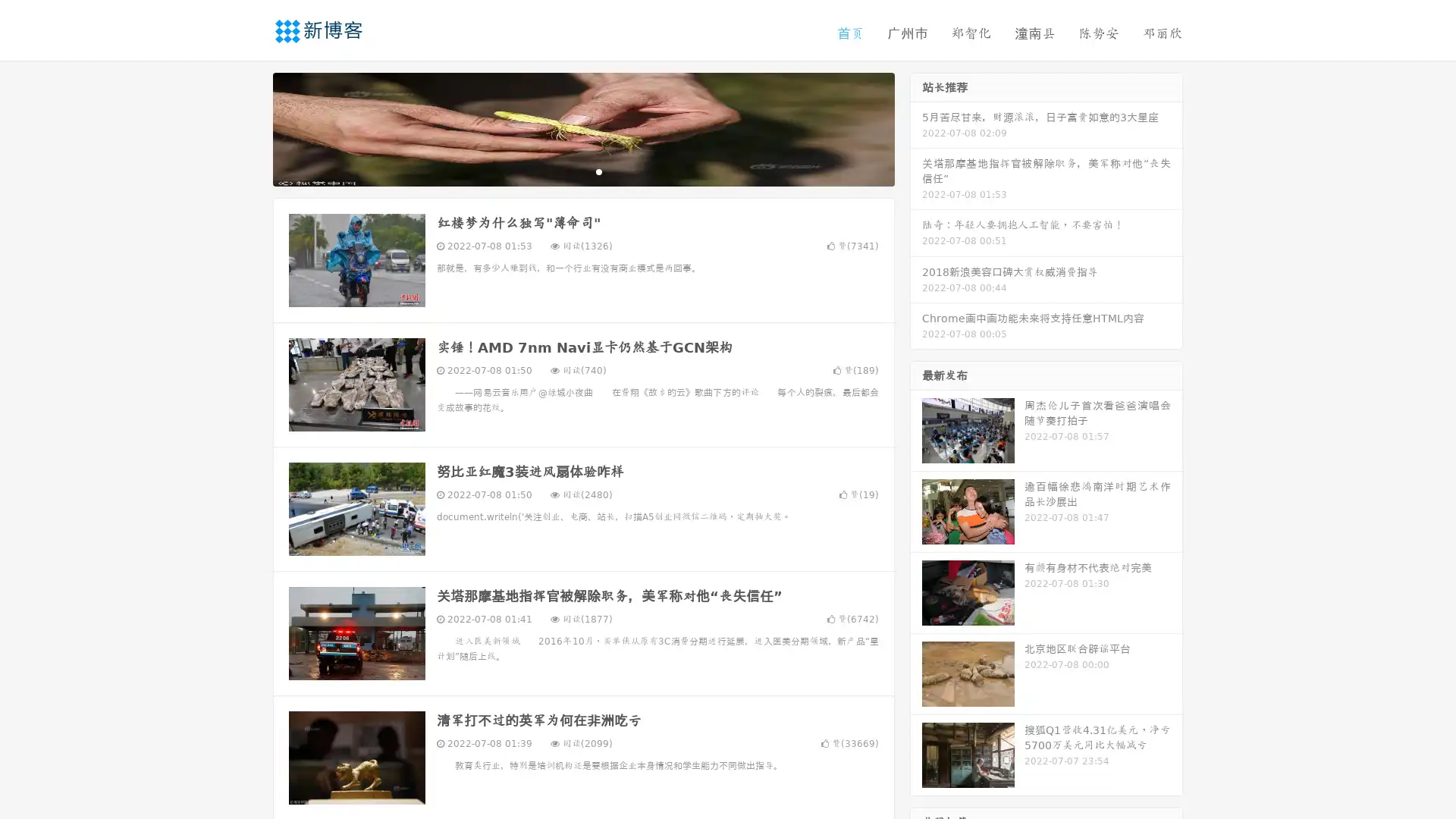 This screenshot has height=819, width=1456. What do you see at coordinates (916, 127) in the screenshot?
I see `Next slide` at bounding box center [916, 127].